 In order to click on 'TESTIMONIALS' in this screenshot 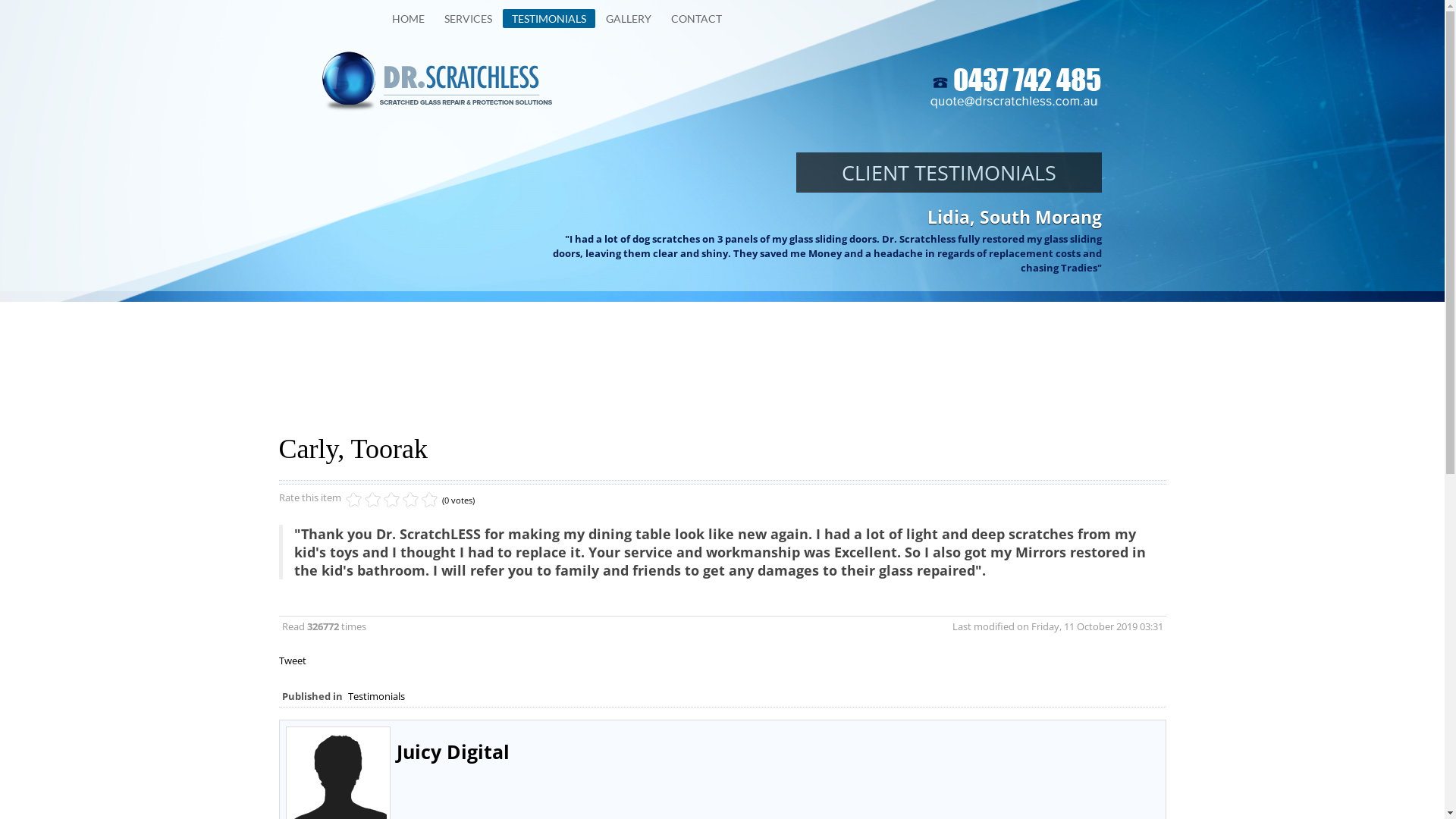, I will do `click(548, 18)`.